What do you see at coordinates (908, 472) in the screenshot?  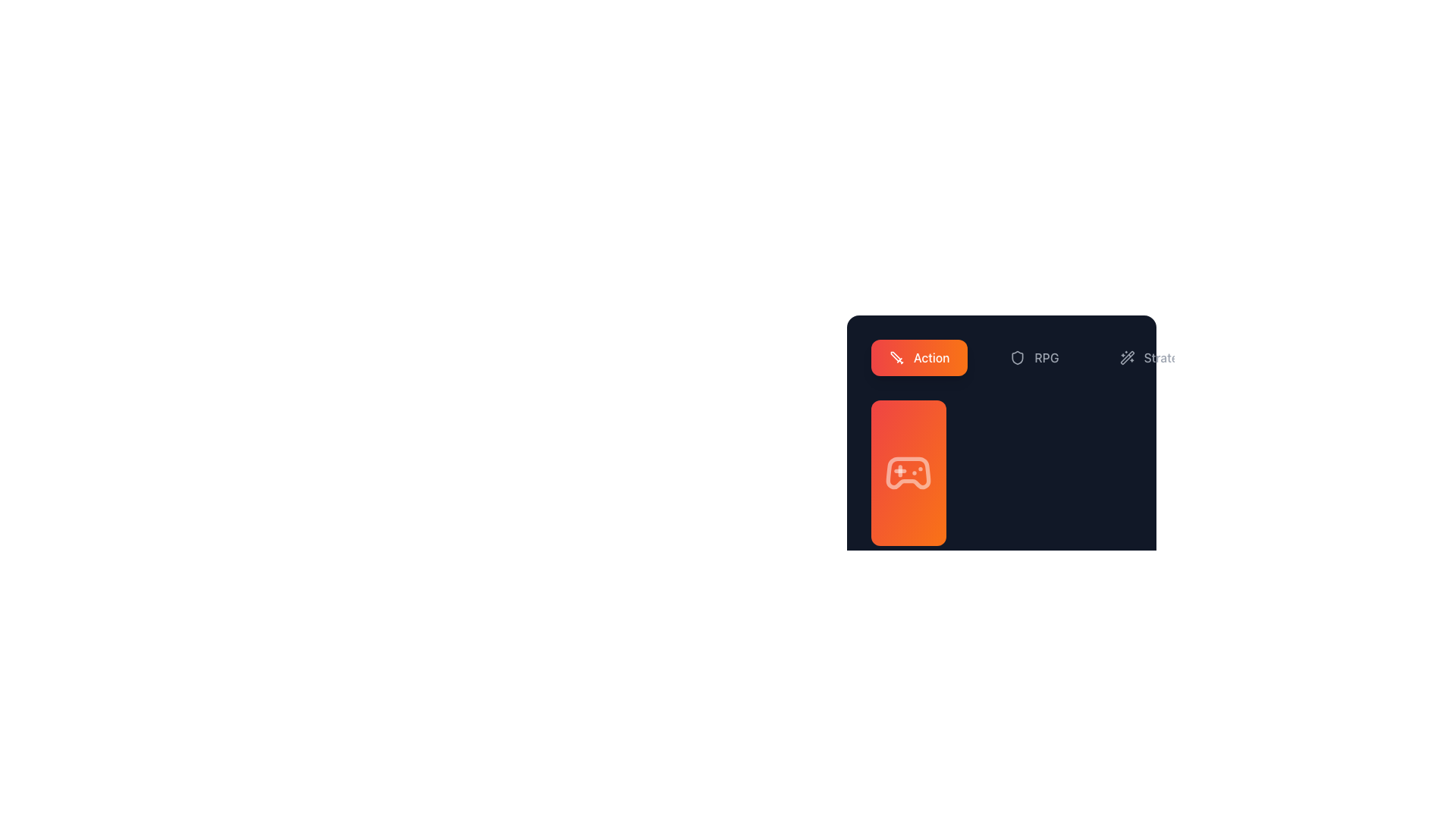 I see `the vibrant gradient button with a game controller icon` at bounding box center [908, 472].